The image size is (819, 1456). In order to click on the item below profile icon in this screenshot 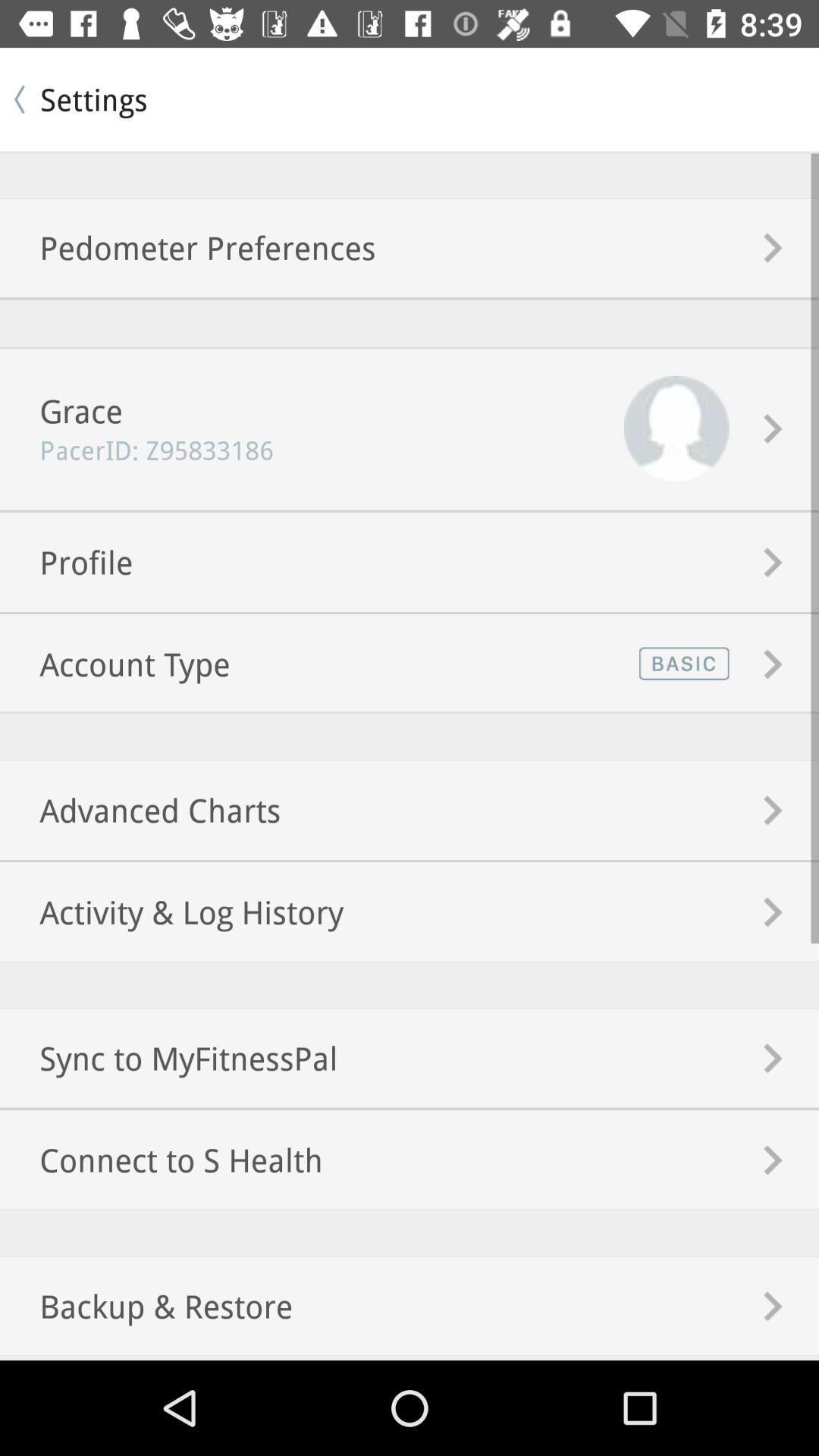, I will do `click(114, 664)`.